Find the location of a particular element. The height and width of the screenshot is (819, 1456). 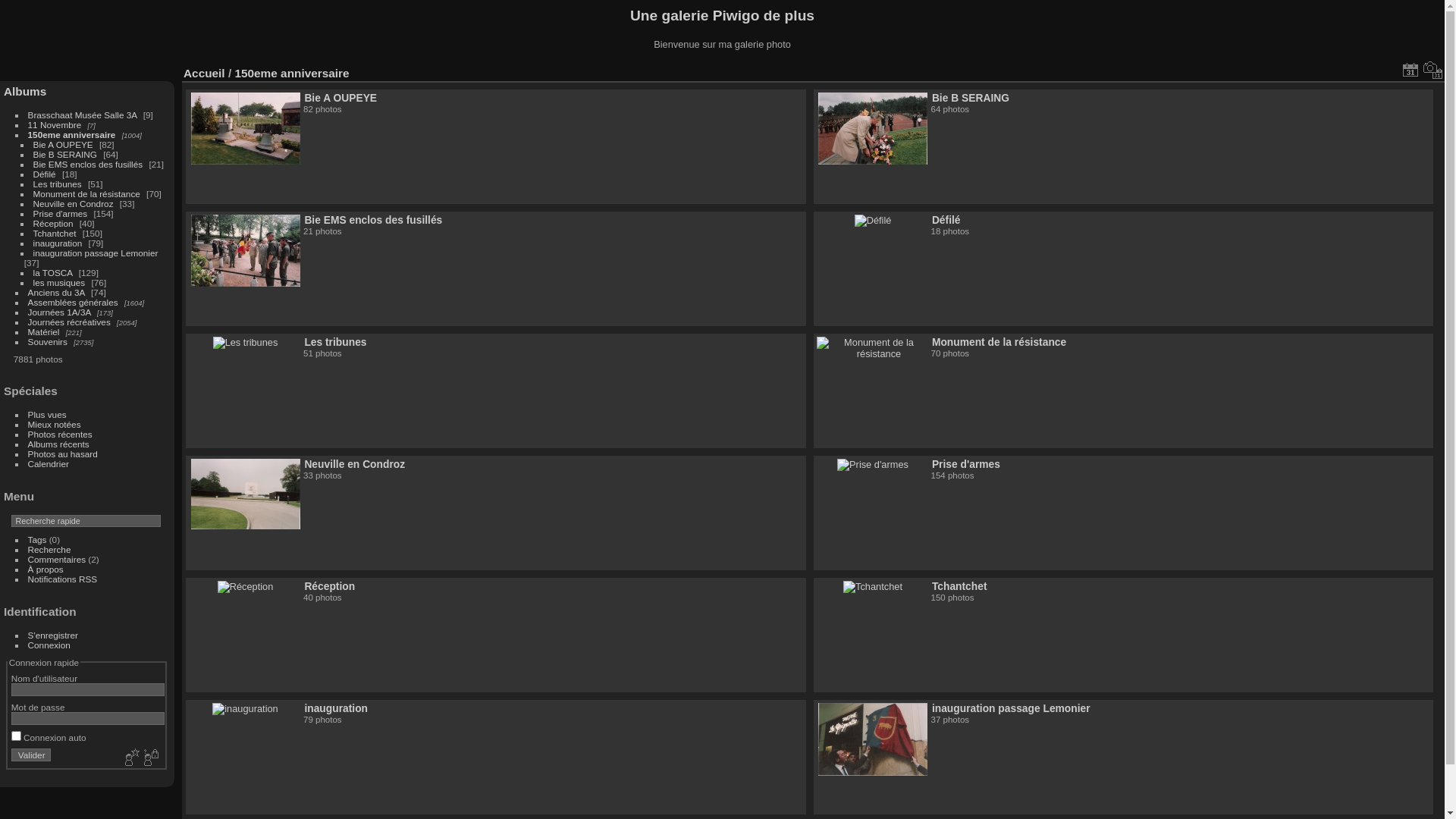

'150eme anniversaire' is located at coordinates (71, 133).